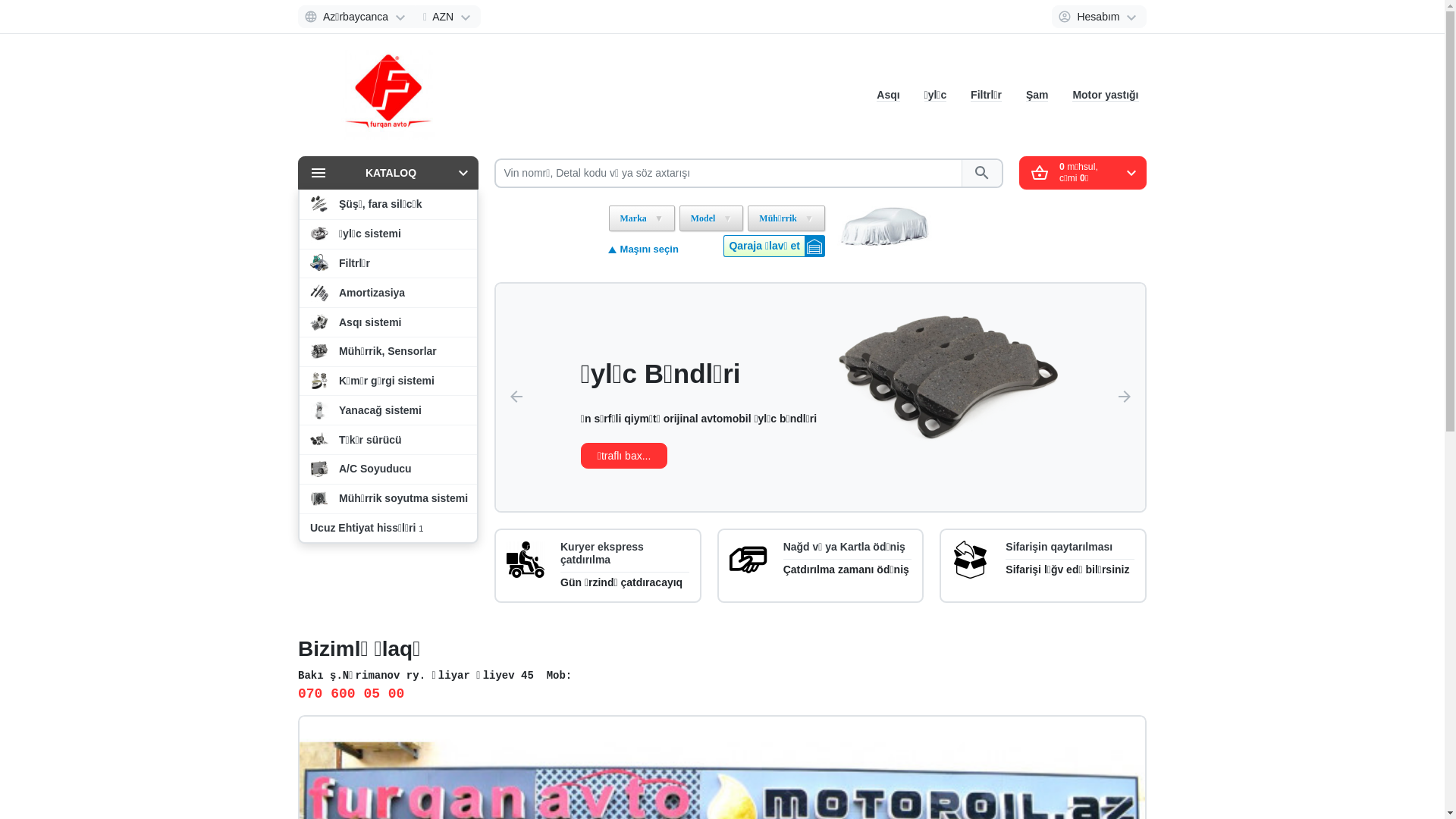 This screenshot has height=819, width=1456. What do you see at coordinates (299, 292) in the screenshot?
I see `'Amortizasiya'` at bounding box center [299, 292].